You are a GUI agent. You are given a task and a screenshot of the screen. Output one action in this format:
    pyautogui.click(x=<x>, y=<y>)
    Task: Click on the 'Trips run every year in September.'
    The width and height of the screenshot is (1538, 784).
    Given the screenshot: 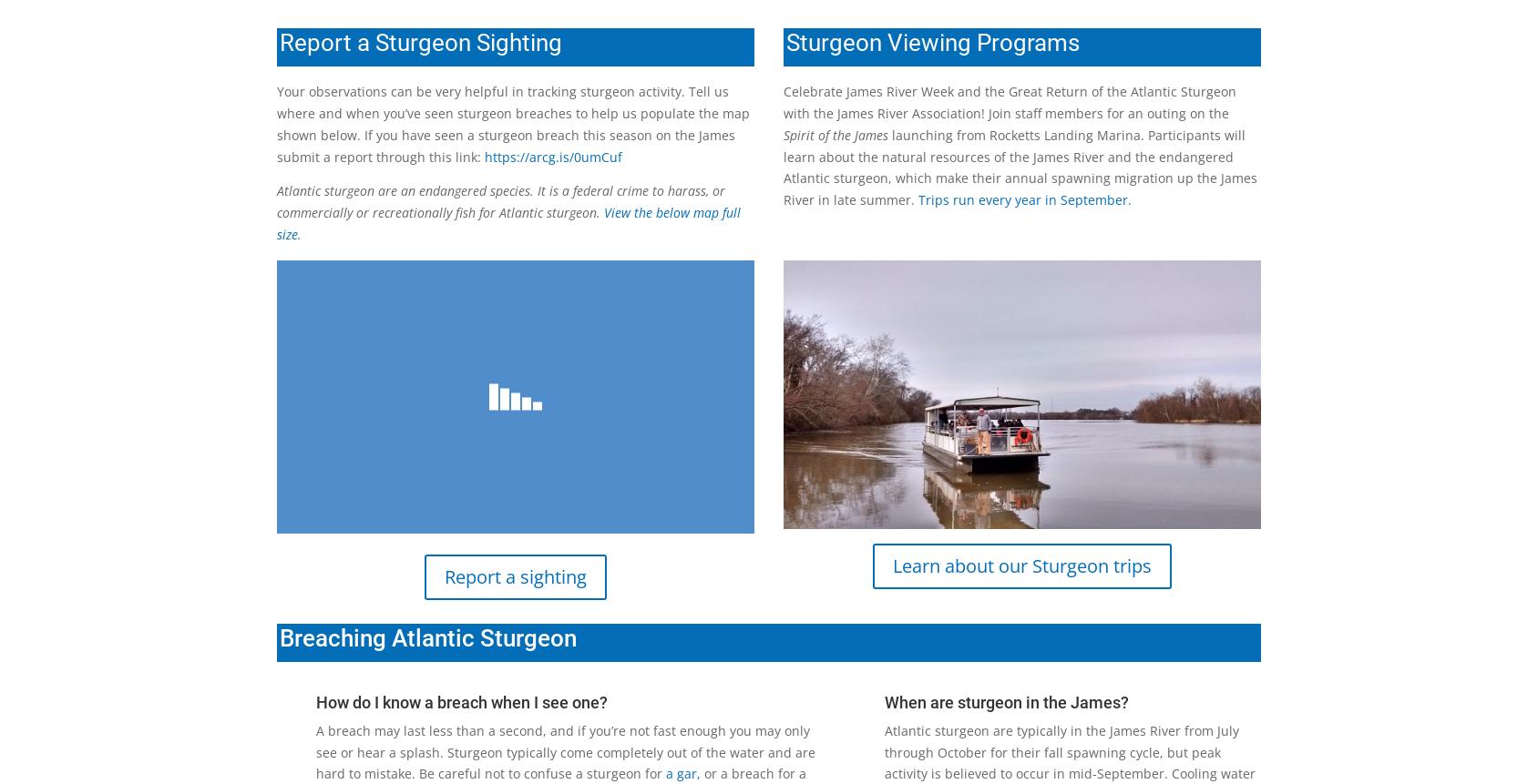 What is the action you would take?
    pyautogui.click(x=1024, y=199)
    